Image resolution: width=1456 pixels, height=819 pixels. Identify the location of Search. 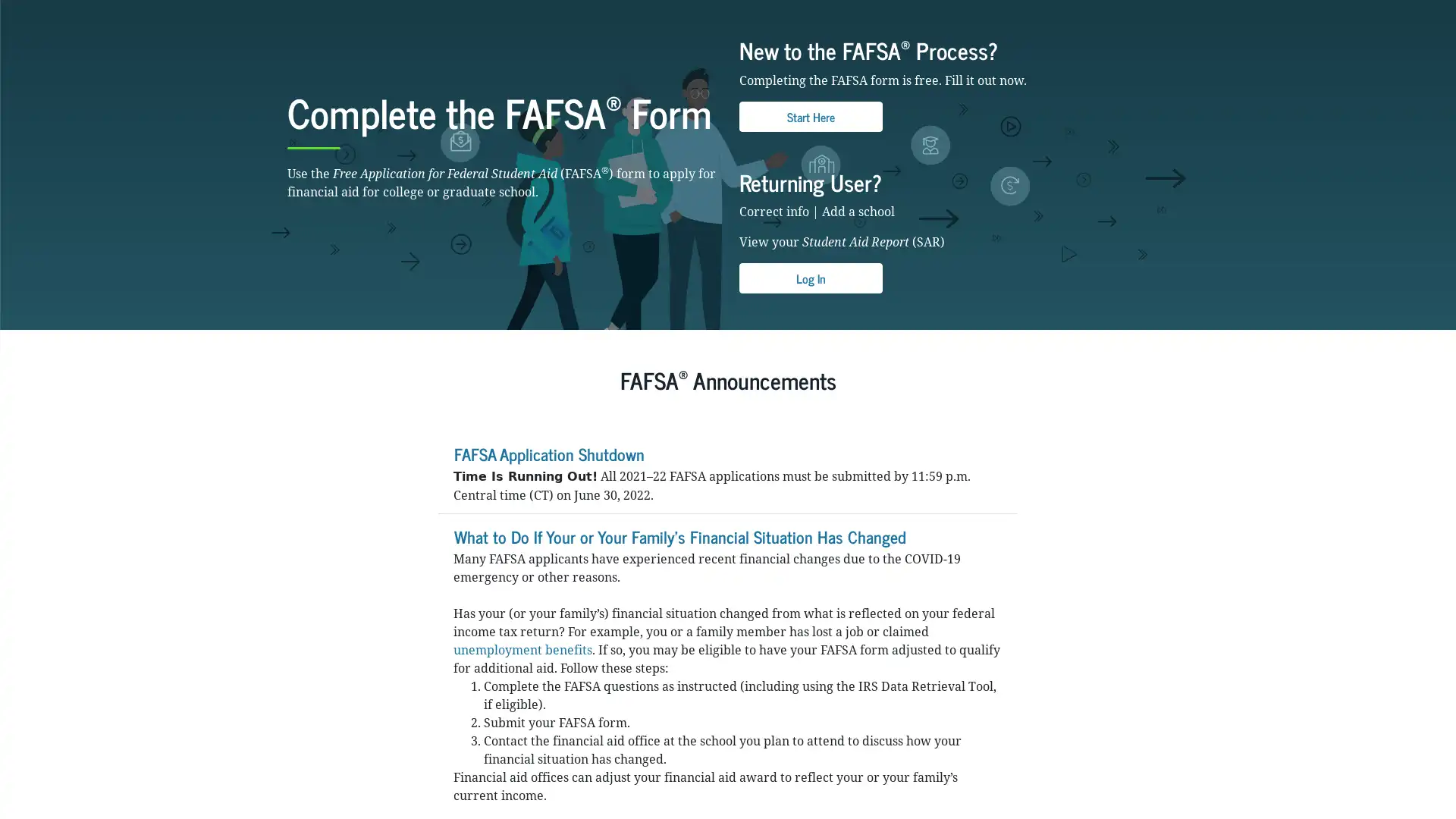
(952, 52).